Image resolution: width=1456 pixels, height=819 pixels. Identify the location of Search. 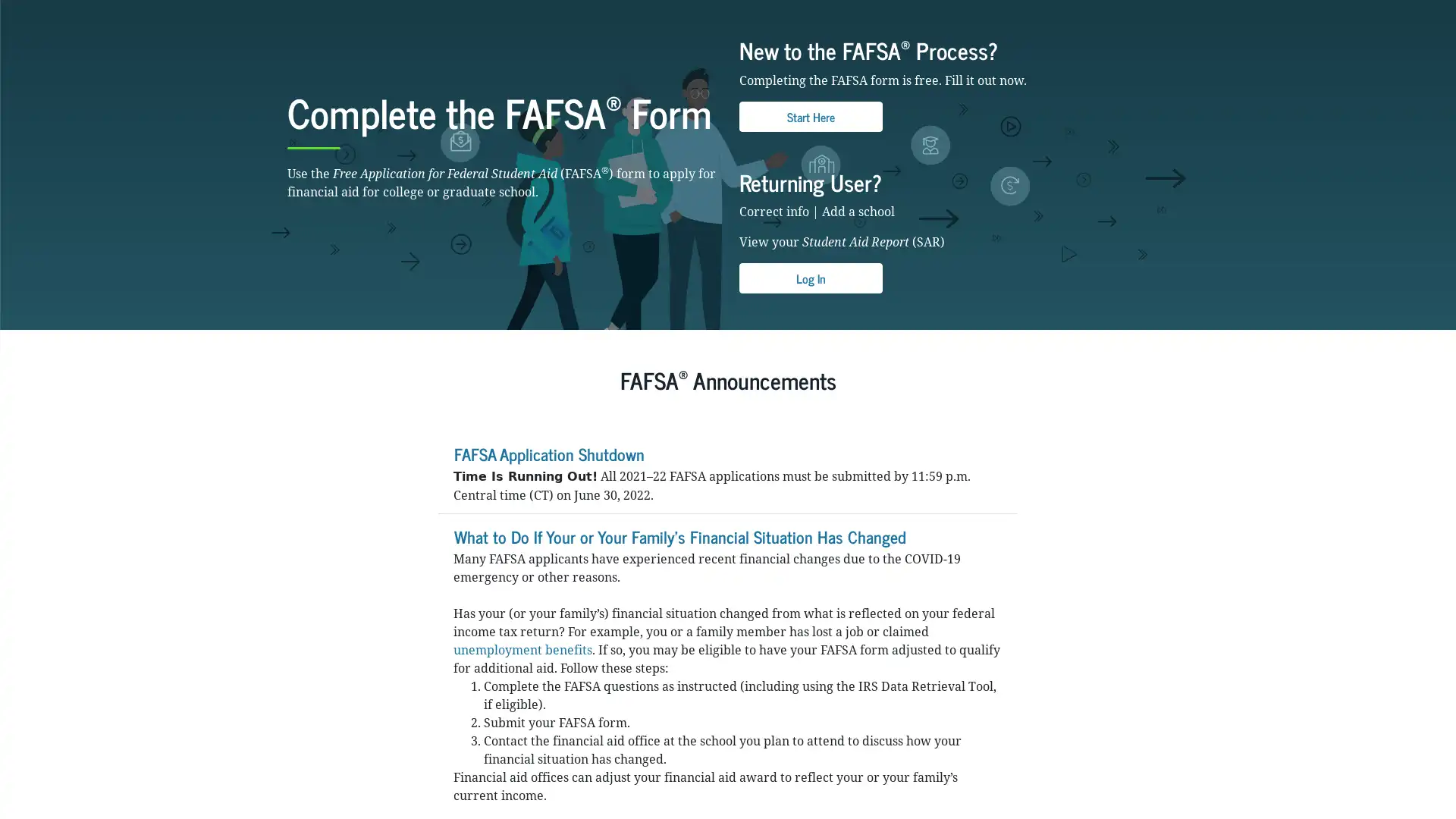
(952, 52).